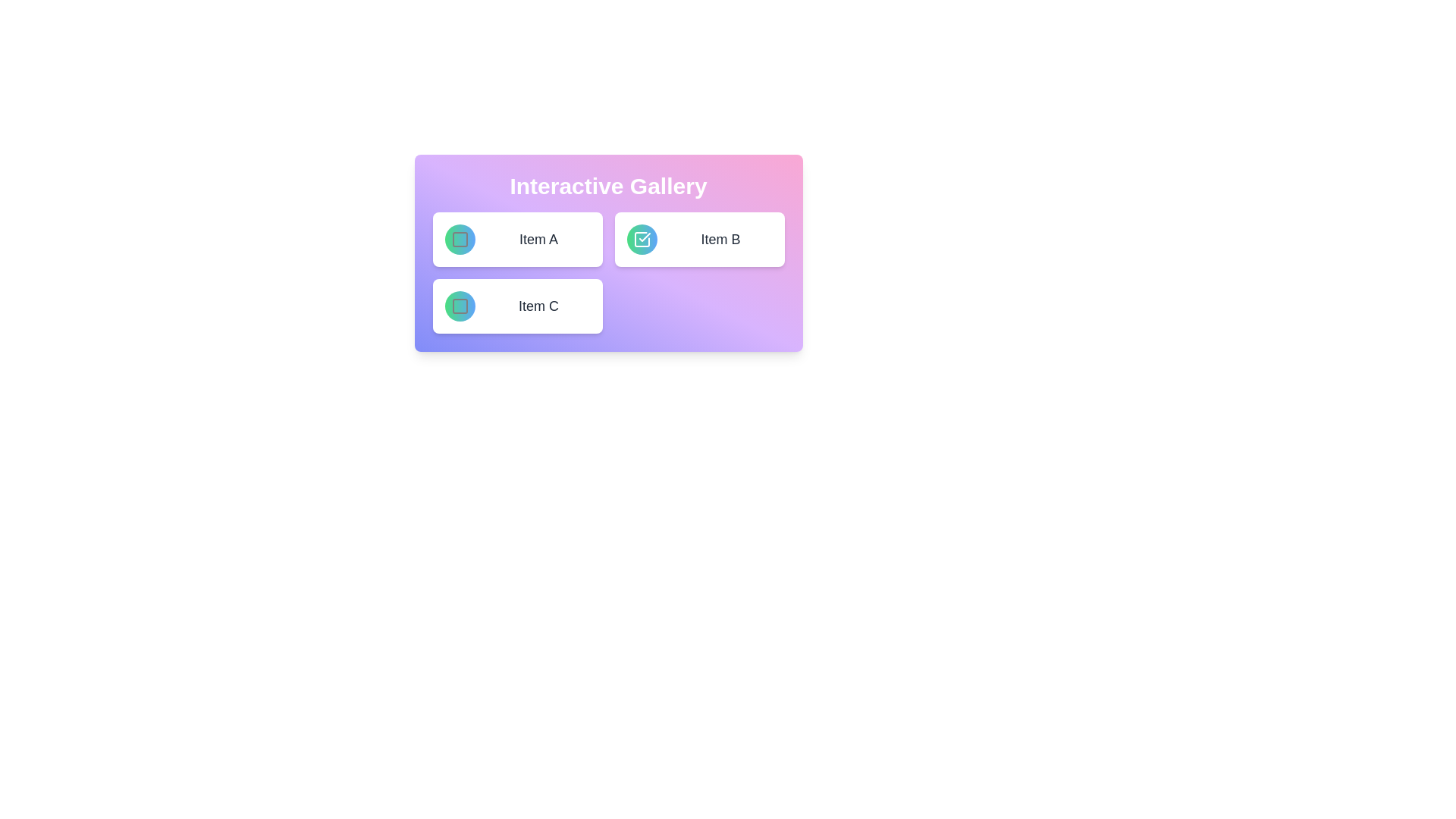 This screenshot has width=1456, height=819. What do you see at coordinates (459, 239) in the screenshot?
I see `the first icon in the top-left corner of the 2x2 grid layout, which symbolizes an action or indicates 'Item A'` at bounding box center [459, 239].